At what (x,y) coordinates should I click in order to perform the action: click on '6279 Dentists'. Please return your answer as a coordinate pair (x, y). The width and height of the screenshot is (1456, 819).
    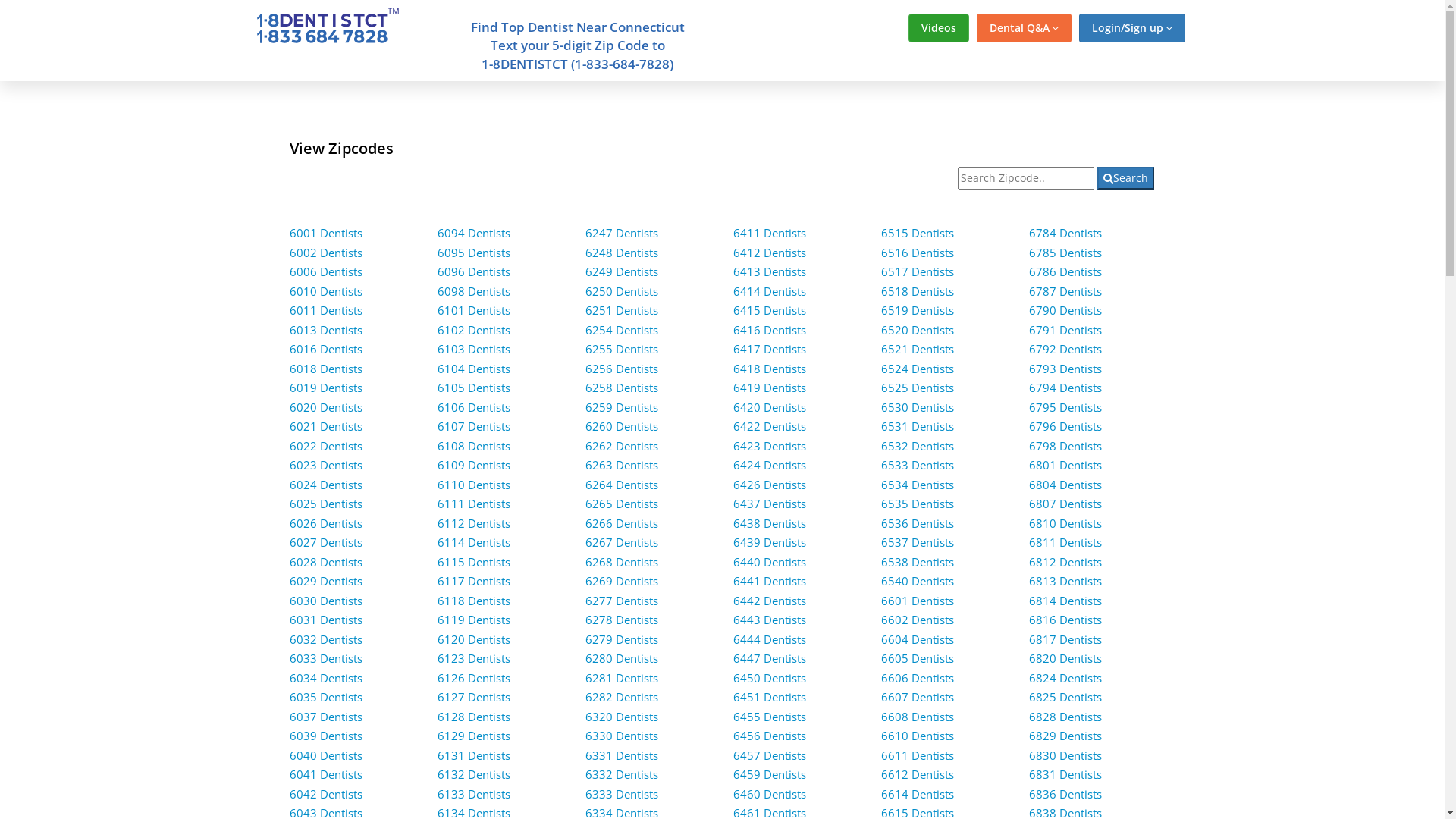
    Looking at the image, I should click on (585, 639).